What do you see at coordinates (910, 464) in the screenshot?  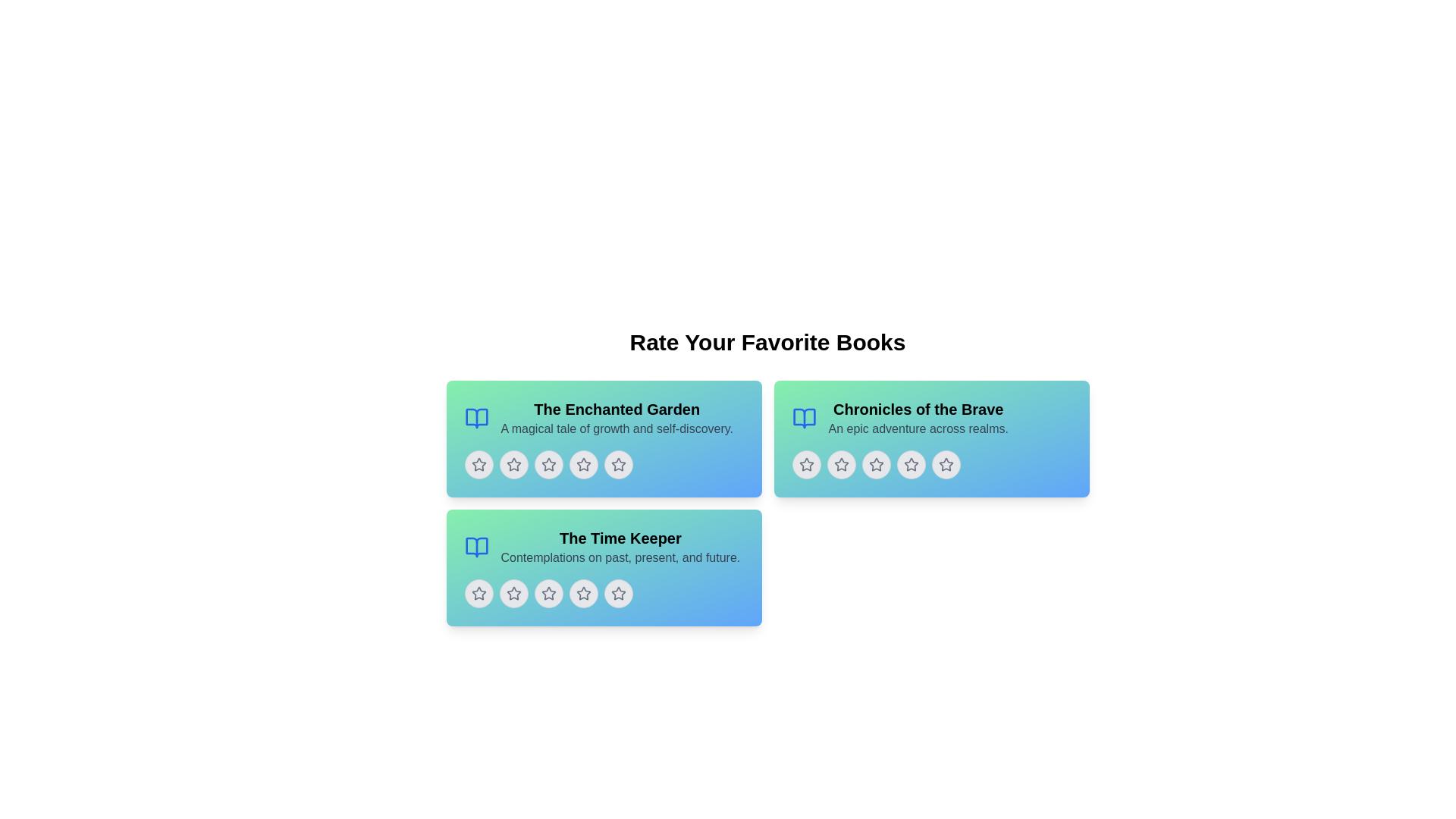 I see `the circular button with a grey background and a star icon to give a 4-star rating, which is the fourth button in a row of five beneath the card titled 'Chronicles of the Brave'` at bounding box center [910, 464].